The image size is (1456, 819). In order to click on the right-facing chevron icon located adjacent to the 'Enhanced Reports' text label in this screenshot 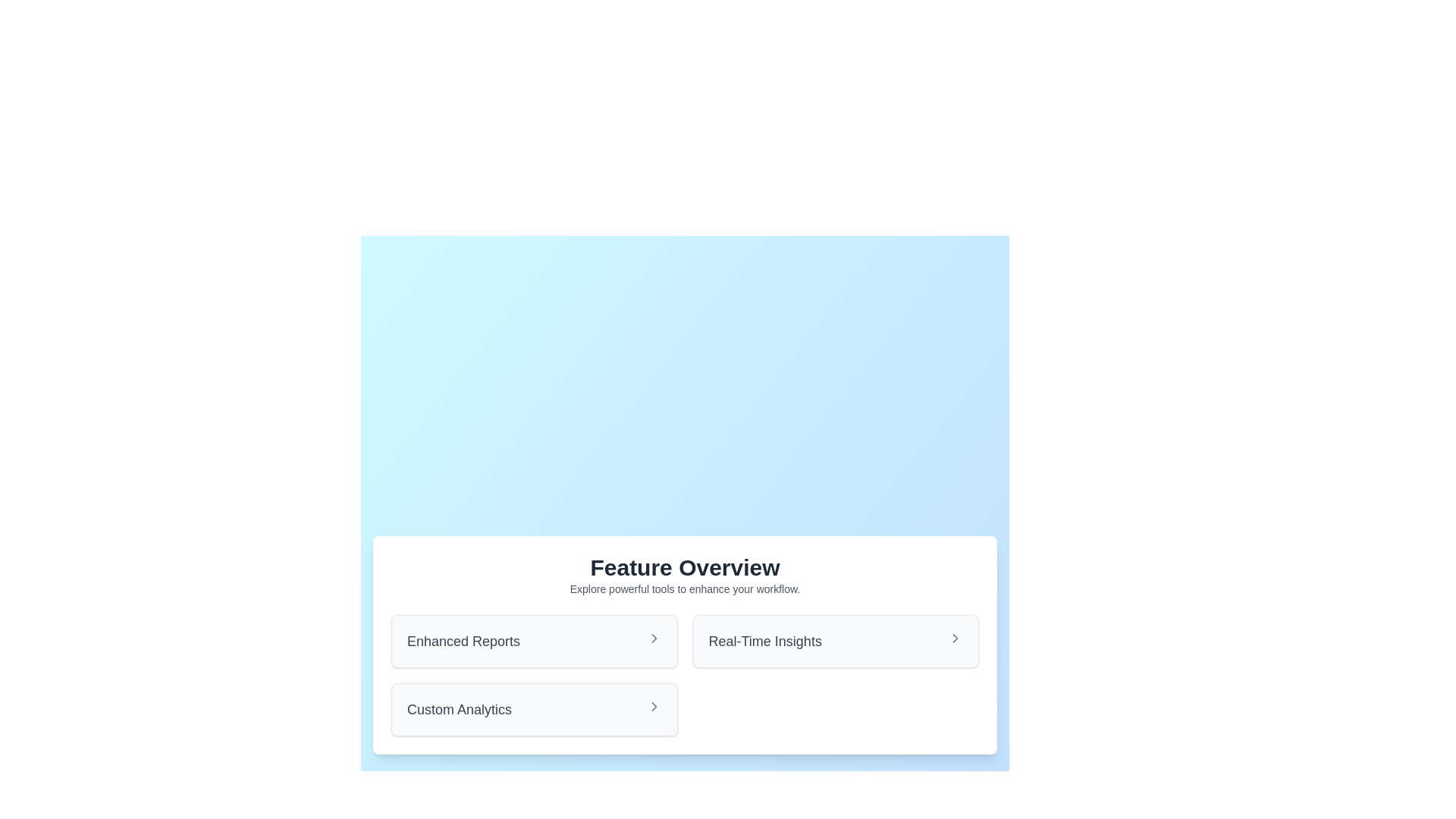, I will do `click(654, 638)`.